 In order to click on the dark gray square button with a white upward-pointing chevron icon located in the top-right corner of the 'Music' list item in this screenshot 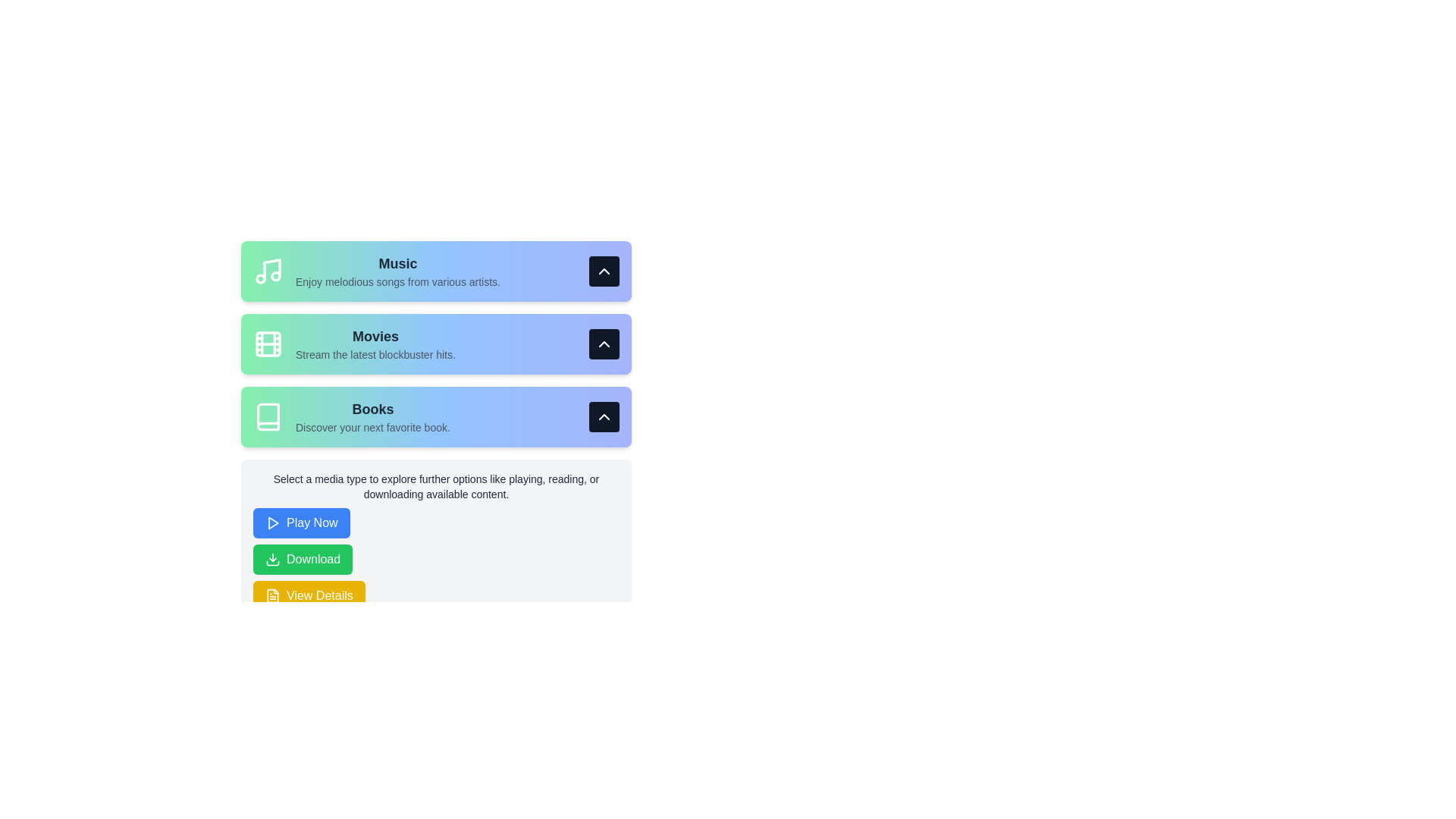, I will do `click(603, 271)`.